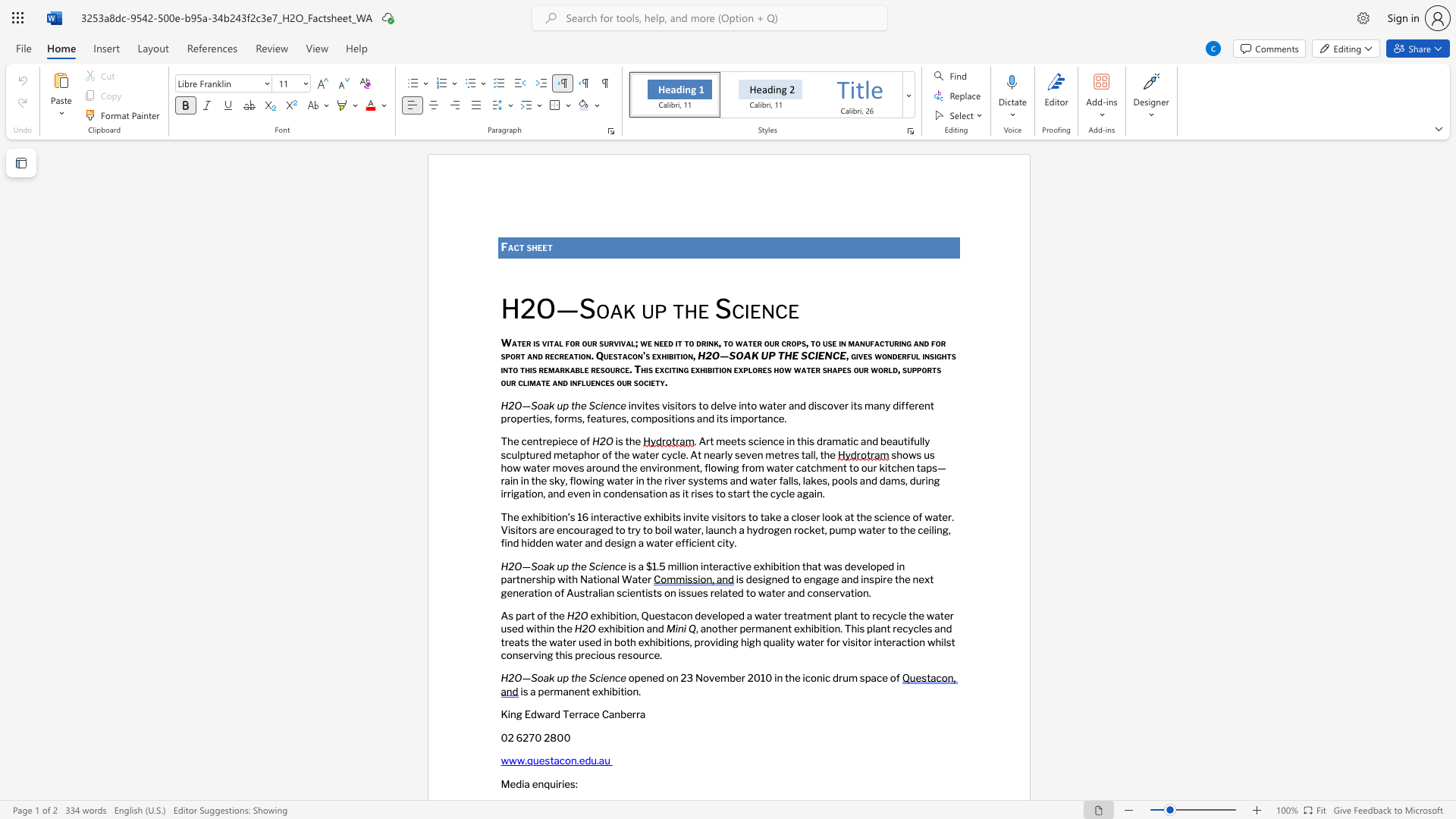 This screenshot has height=819, width=1456. I want to click on the subset text "erma" within the text "is a permanent exhibition.", so click(544, 691).